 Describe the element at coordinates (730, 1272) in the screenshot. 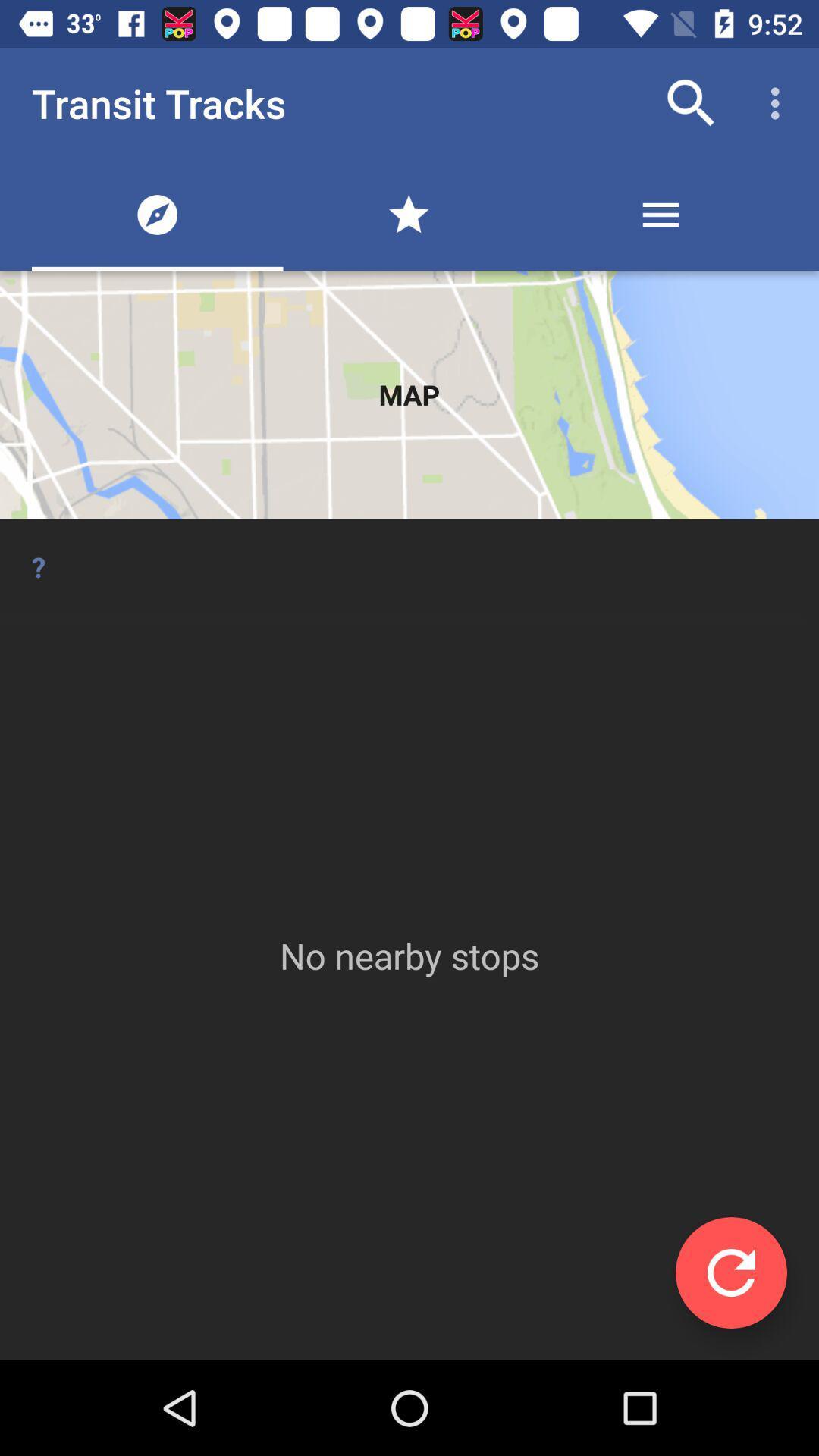

I see `refresh map` at that location.